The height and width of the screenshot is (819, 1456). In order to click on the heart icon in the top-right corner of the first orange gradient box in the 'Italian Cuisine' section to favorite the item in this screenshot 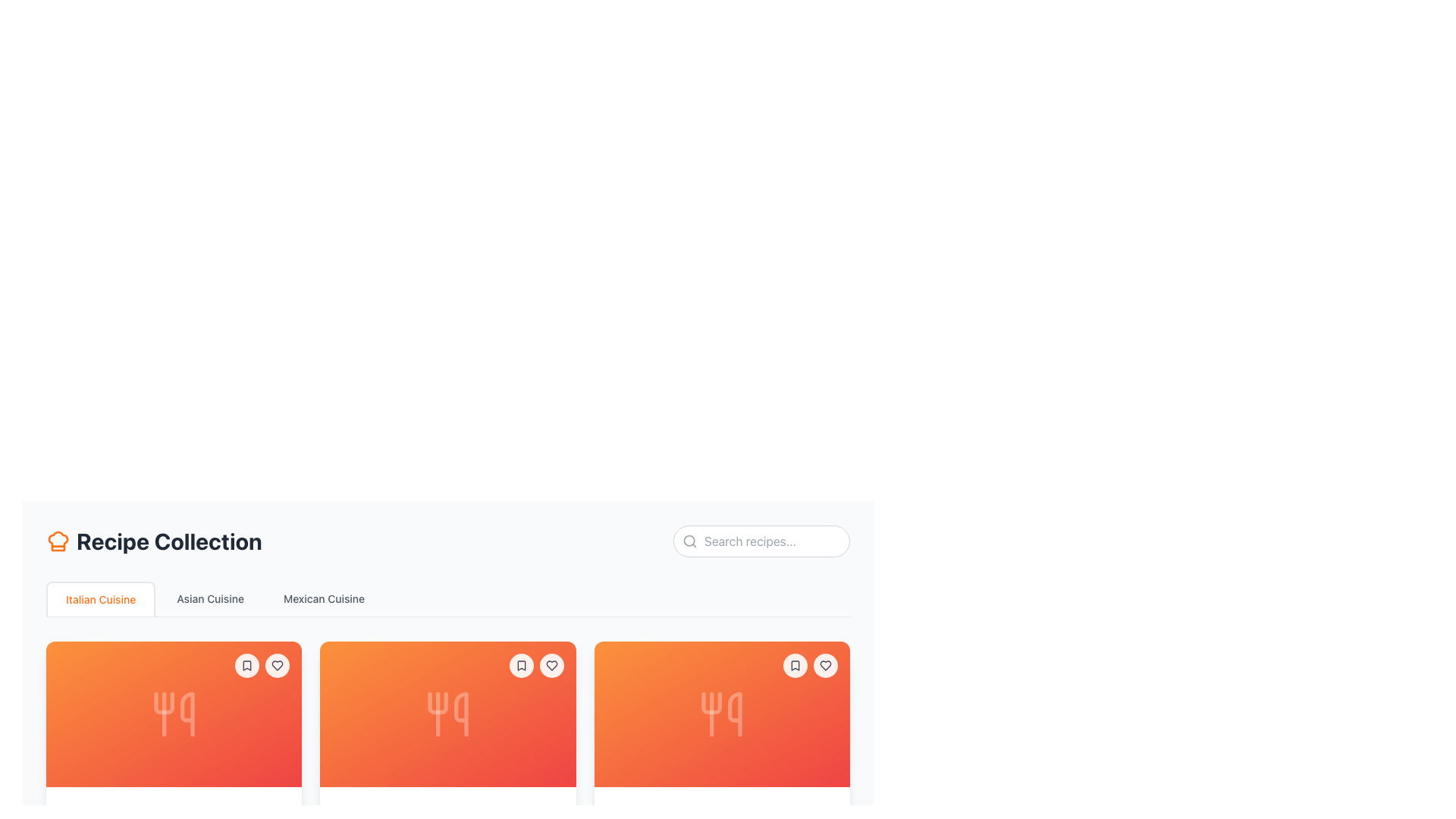, I will do `click(262, 665)`.